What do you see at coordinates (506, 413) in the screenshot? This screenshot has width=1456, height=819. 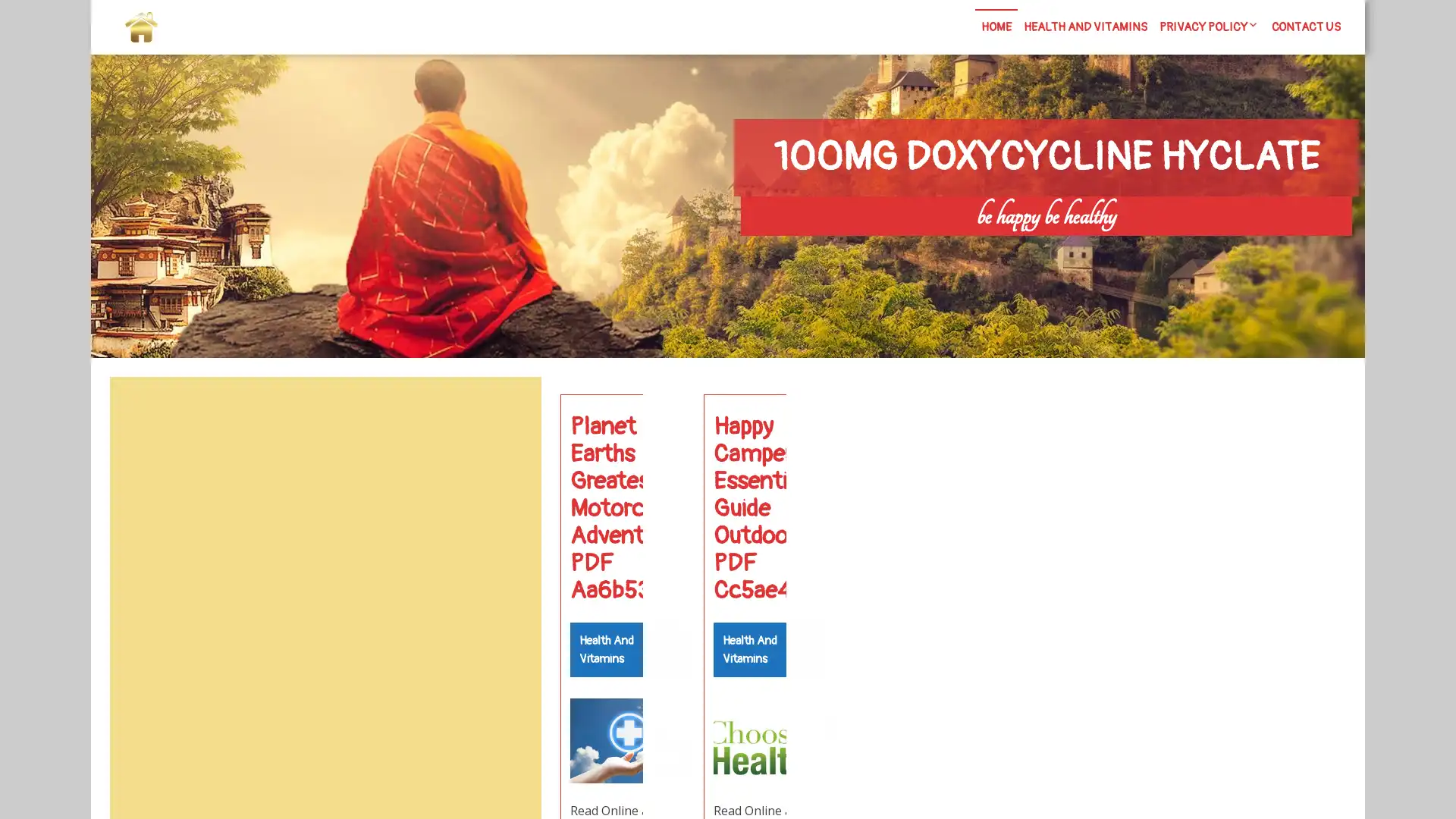 I see `Search` at bounding box center [506, 413].